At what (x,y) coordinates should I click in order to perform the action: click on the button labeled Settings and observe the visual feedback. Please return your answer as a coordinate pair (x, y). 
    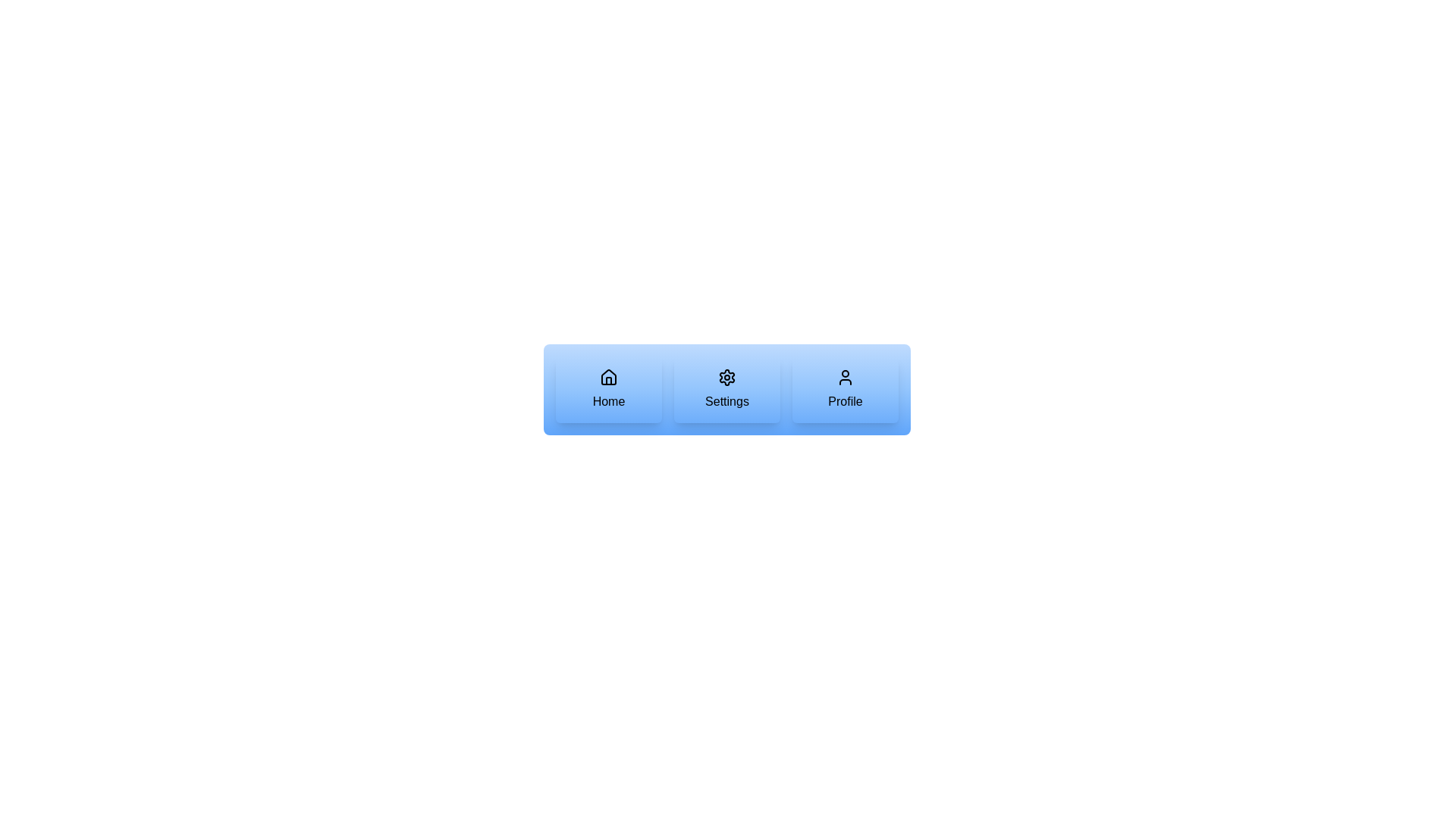
    Looking at the image, I should click on (726, 388).